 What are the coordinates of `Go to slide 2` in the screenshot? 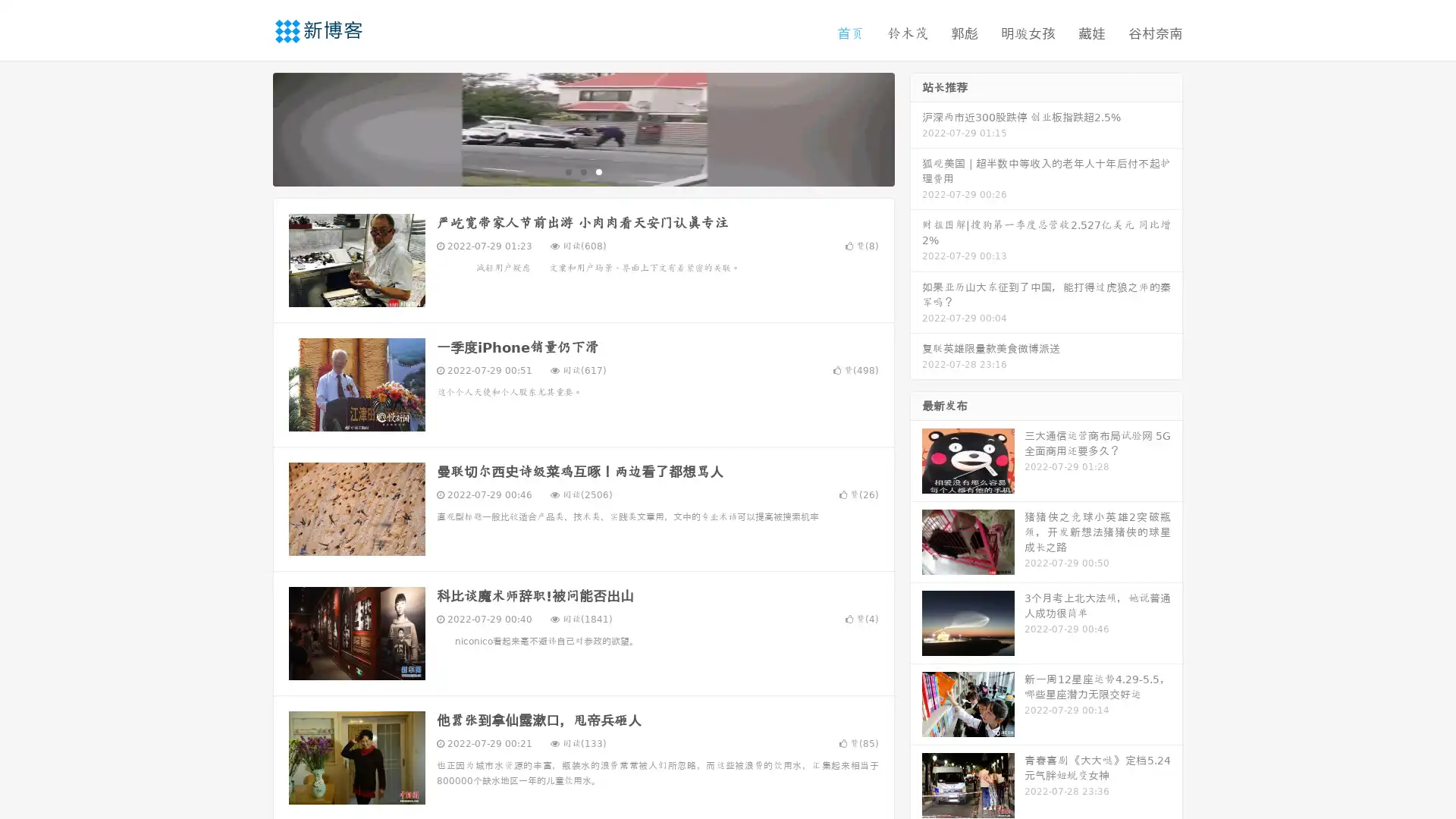 It's located at (582, 171).